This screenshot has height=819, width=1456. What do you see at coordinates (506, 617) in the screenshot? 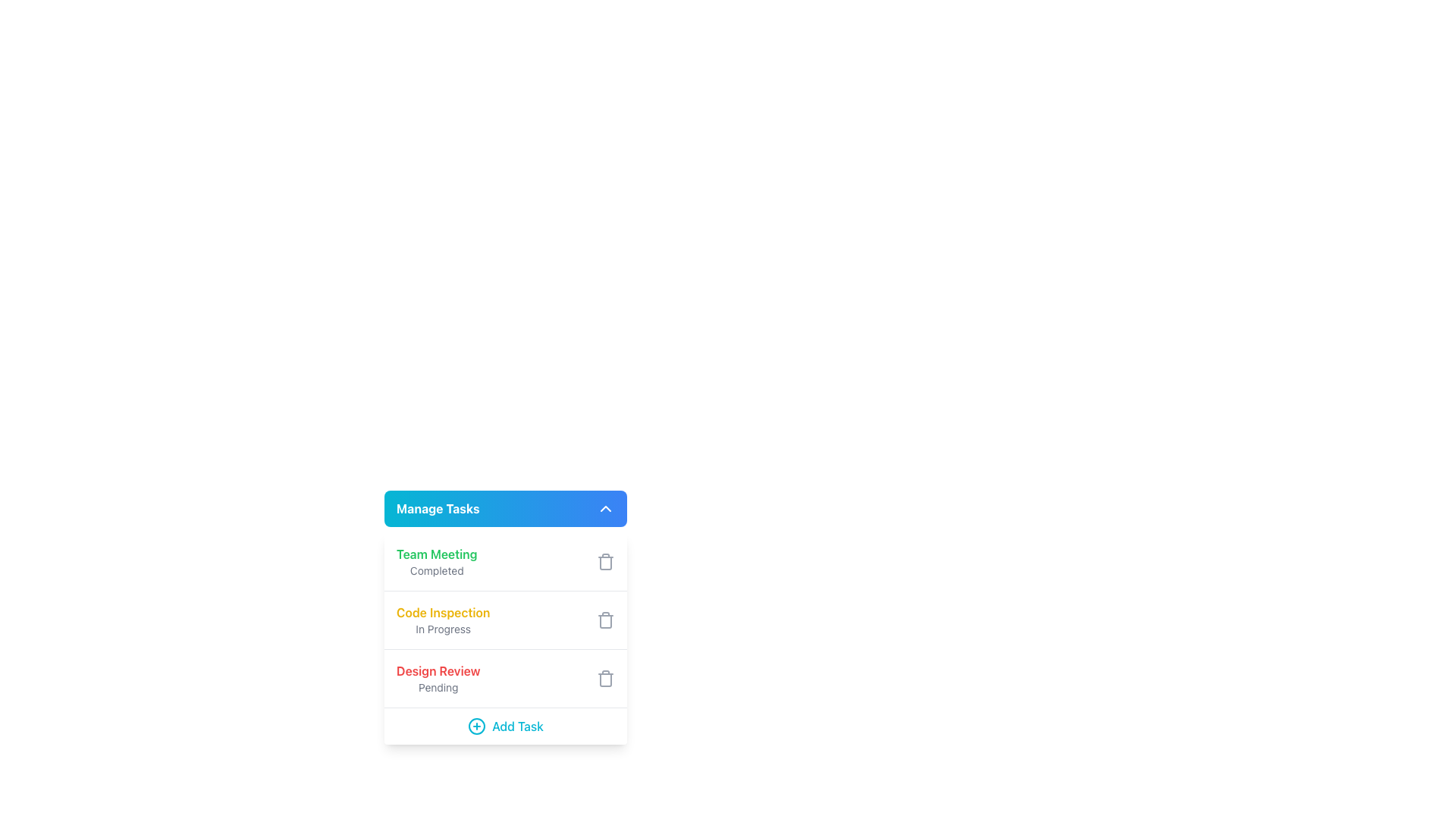
I see `the List item titled 'Code Inspection' with the status 'In Progress'` at bounding box center [506, 617].